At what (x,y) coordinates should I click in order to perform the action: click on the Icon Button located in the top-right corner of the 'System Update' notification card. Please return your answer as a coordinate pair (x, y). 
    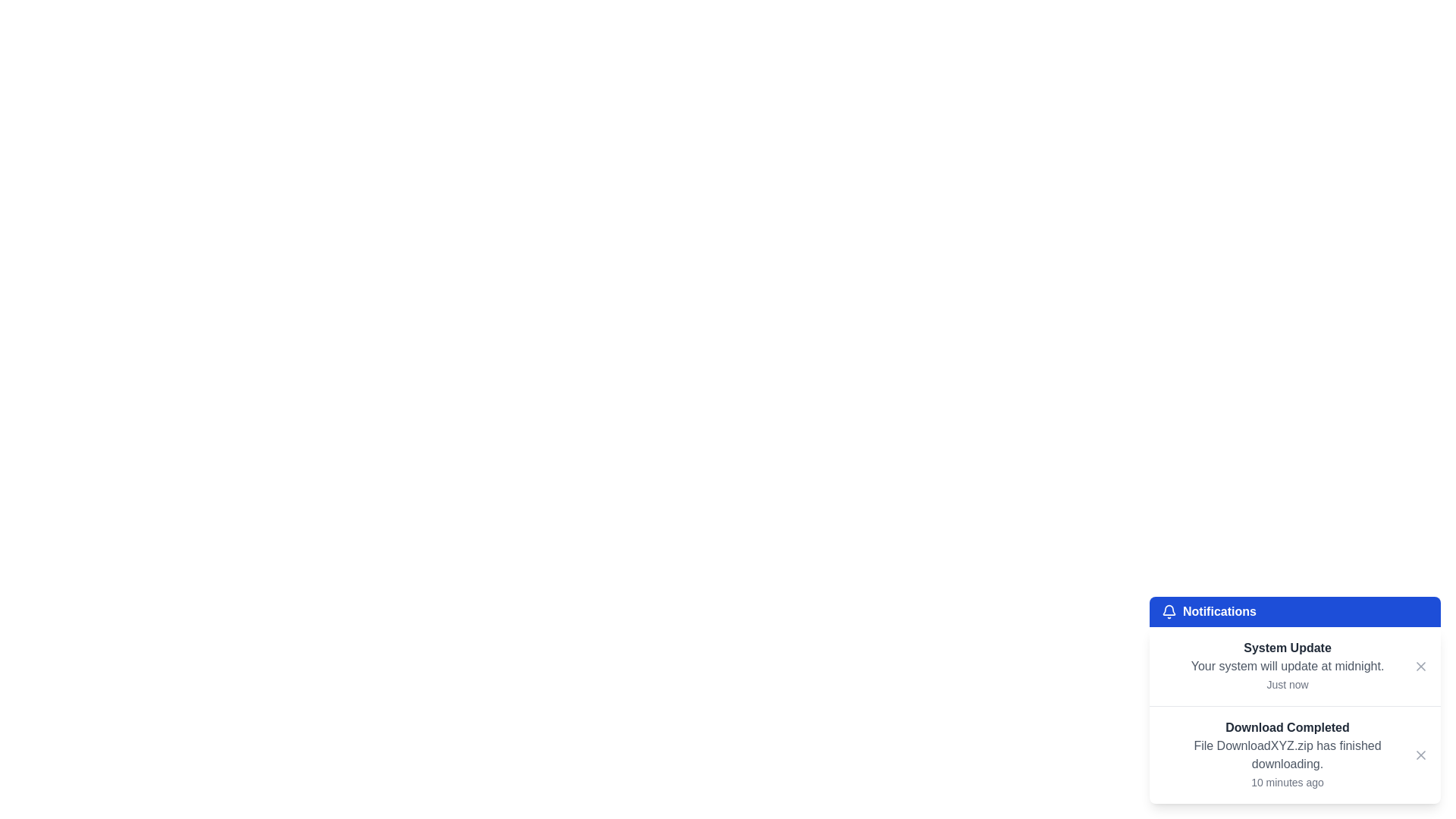
    Looking at the image, I should click on (1420, 666).